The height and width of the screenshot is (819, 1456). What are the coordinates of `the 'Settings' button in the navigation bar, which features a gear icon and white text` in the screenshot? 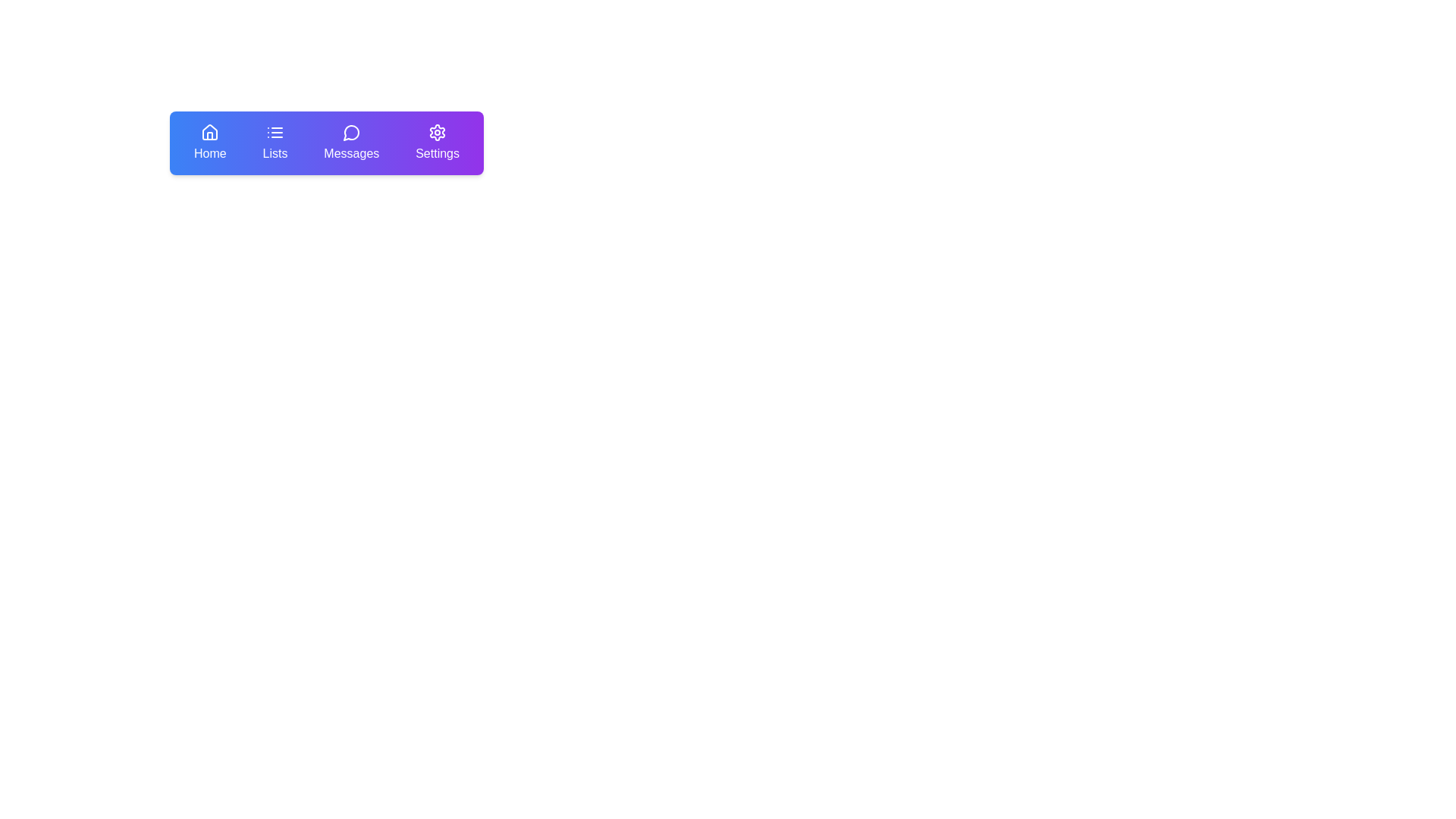 It's located at (436, 143).